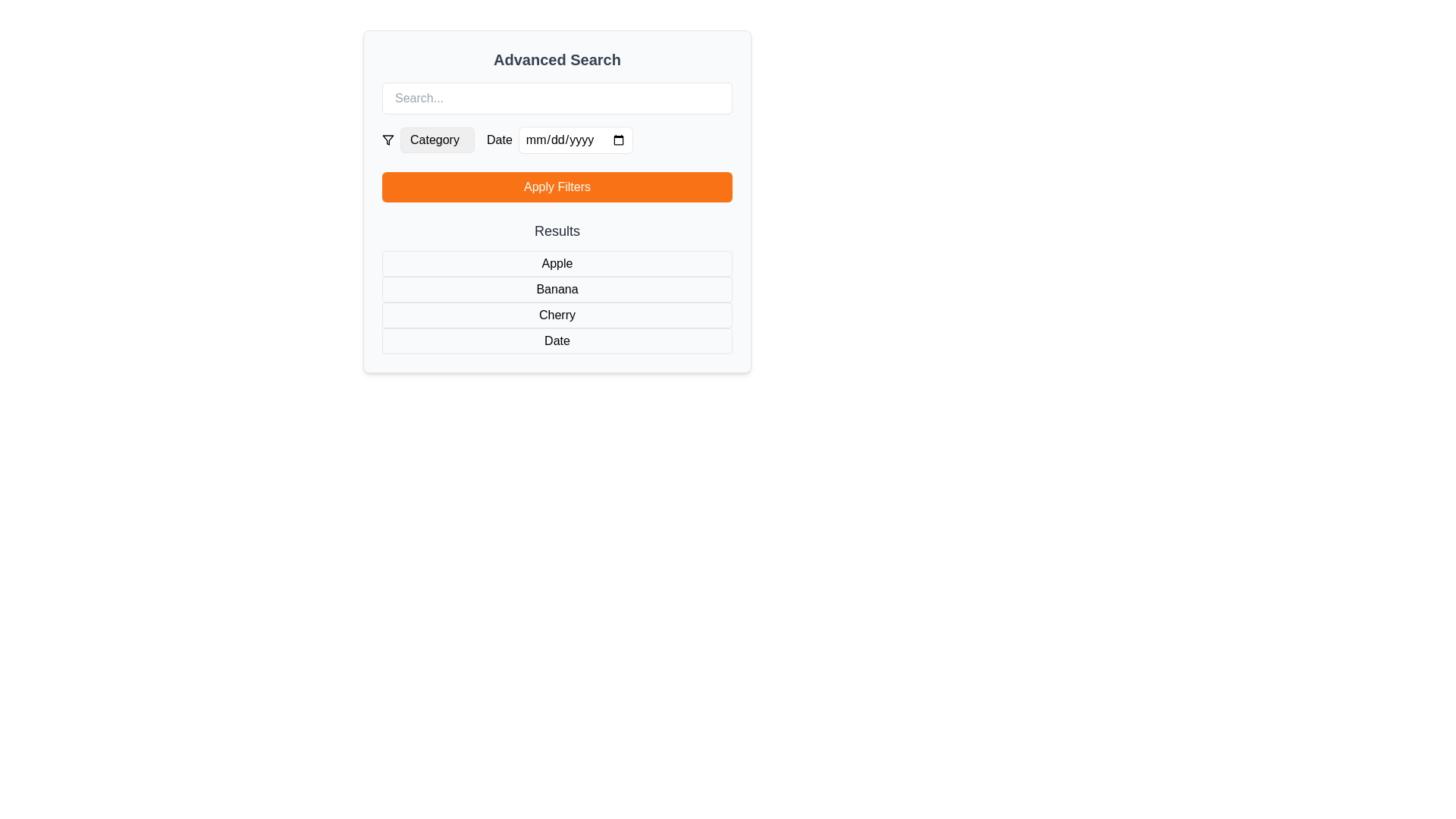 This screenshot has width=1456, height=819. Describe the element at coordinates (556, 262) in the screenshot. I see `the topmost Text Display Box in the 'Results' category, which displays a result or selectable option` at that location.